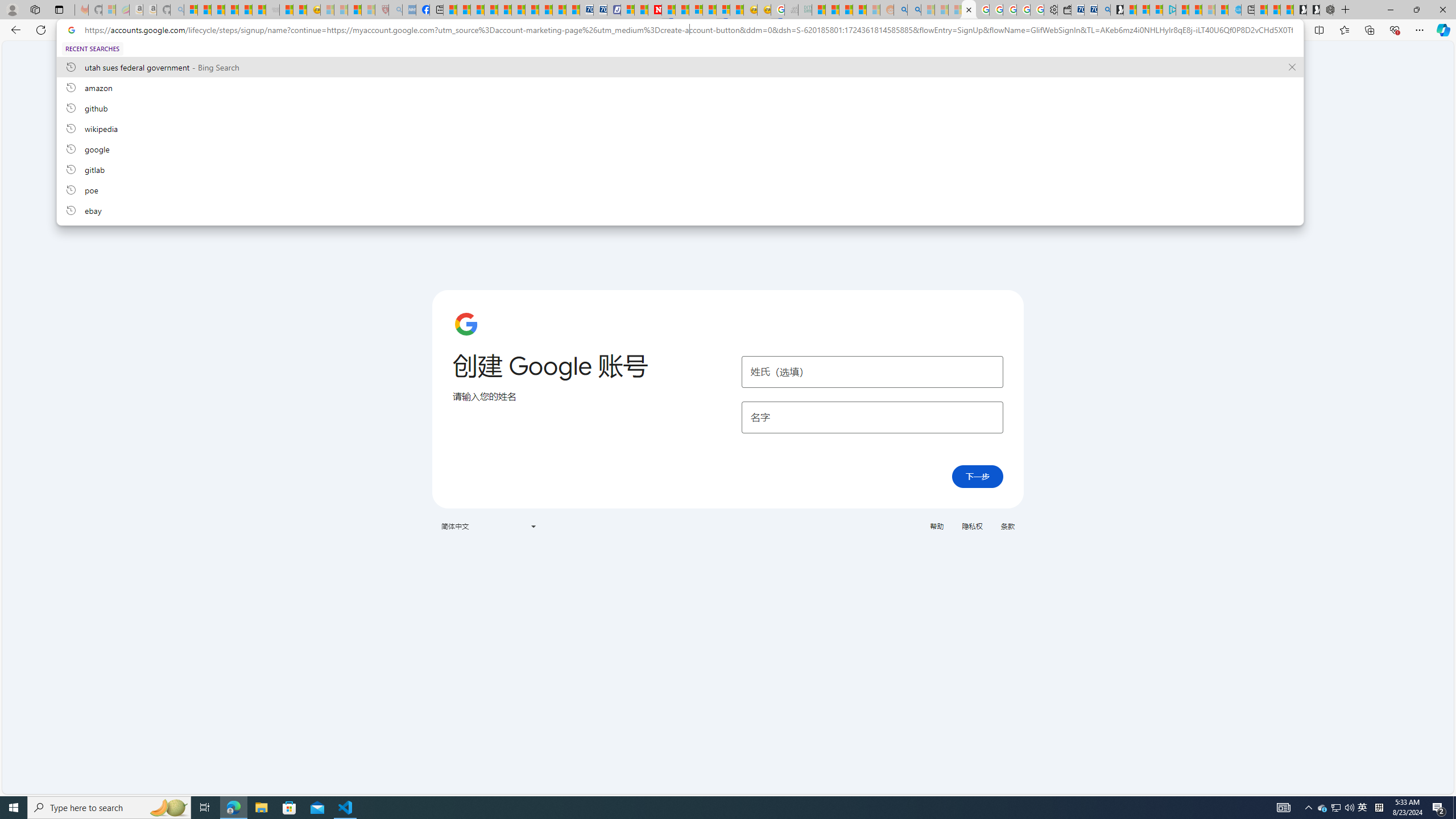  What do you see at coordinates (668, 9) in the screenshot?
I see `'Trusted Community Engagement and Contributions | Guidelines'` at bounding box center [668, 9].